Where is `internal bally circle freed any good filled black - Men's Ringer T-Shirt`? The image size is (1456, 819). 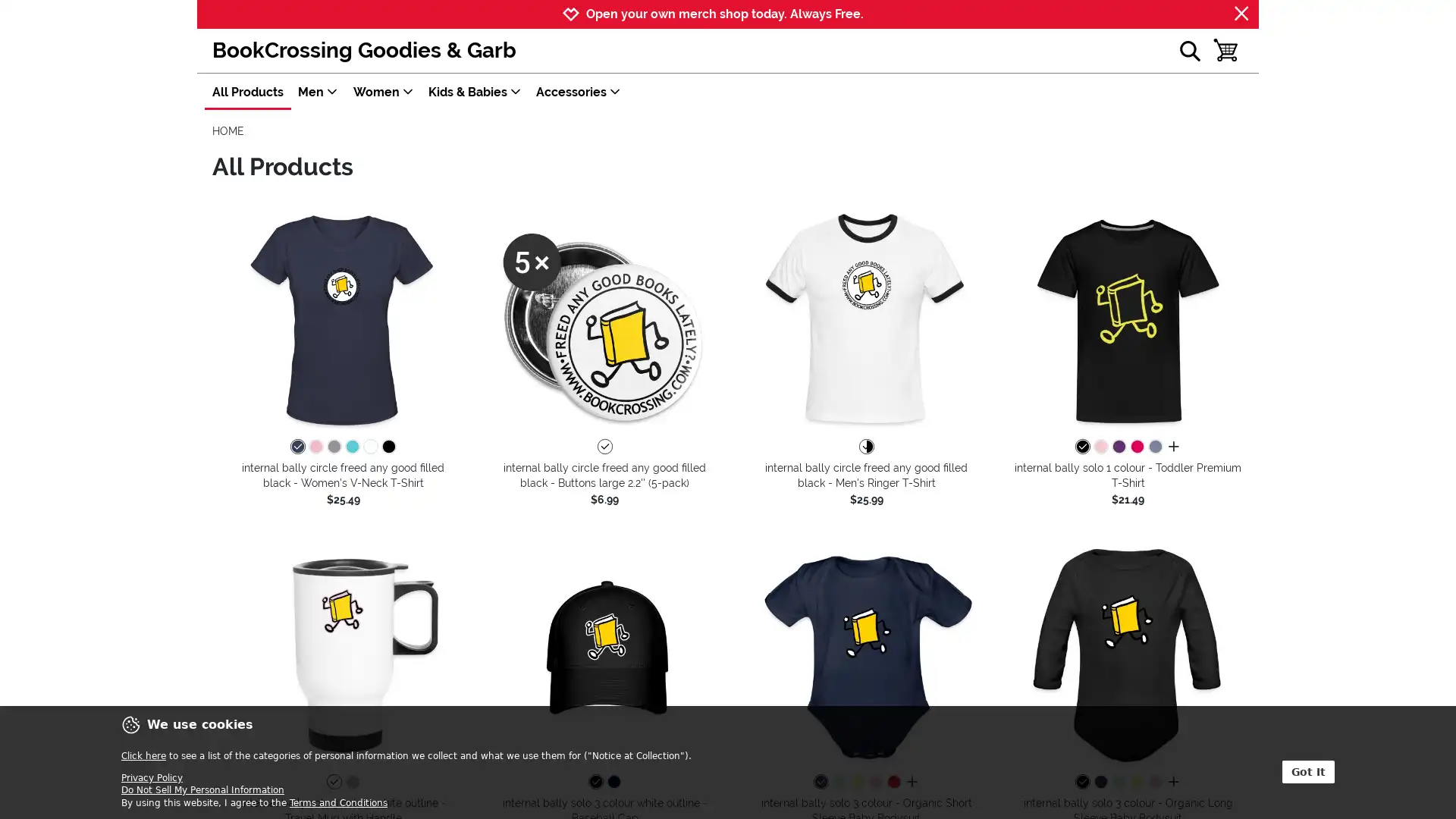 internal bally circle freed any good filled black - Men's Ringer T-Shirt is located at coordinates (866, 318).